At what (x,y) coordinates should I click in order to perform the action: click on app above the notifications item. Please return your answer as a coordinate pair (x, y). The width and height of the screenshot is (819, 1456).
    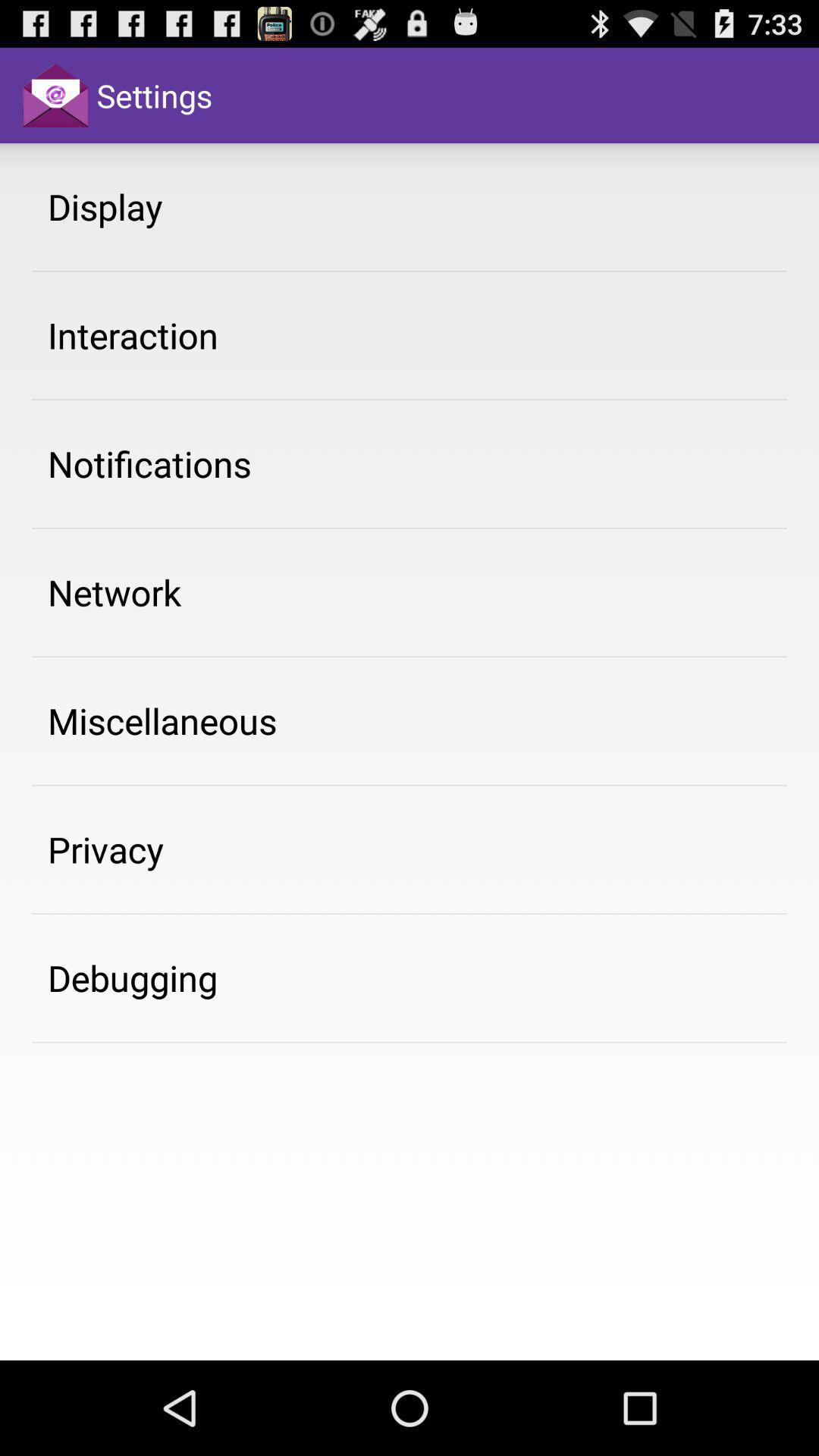
    Looking at the image, I should click on (132, 334).